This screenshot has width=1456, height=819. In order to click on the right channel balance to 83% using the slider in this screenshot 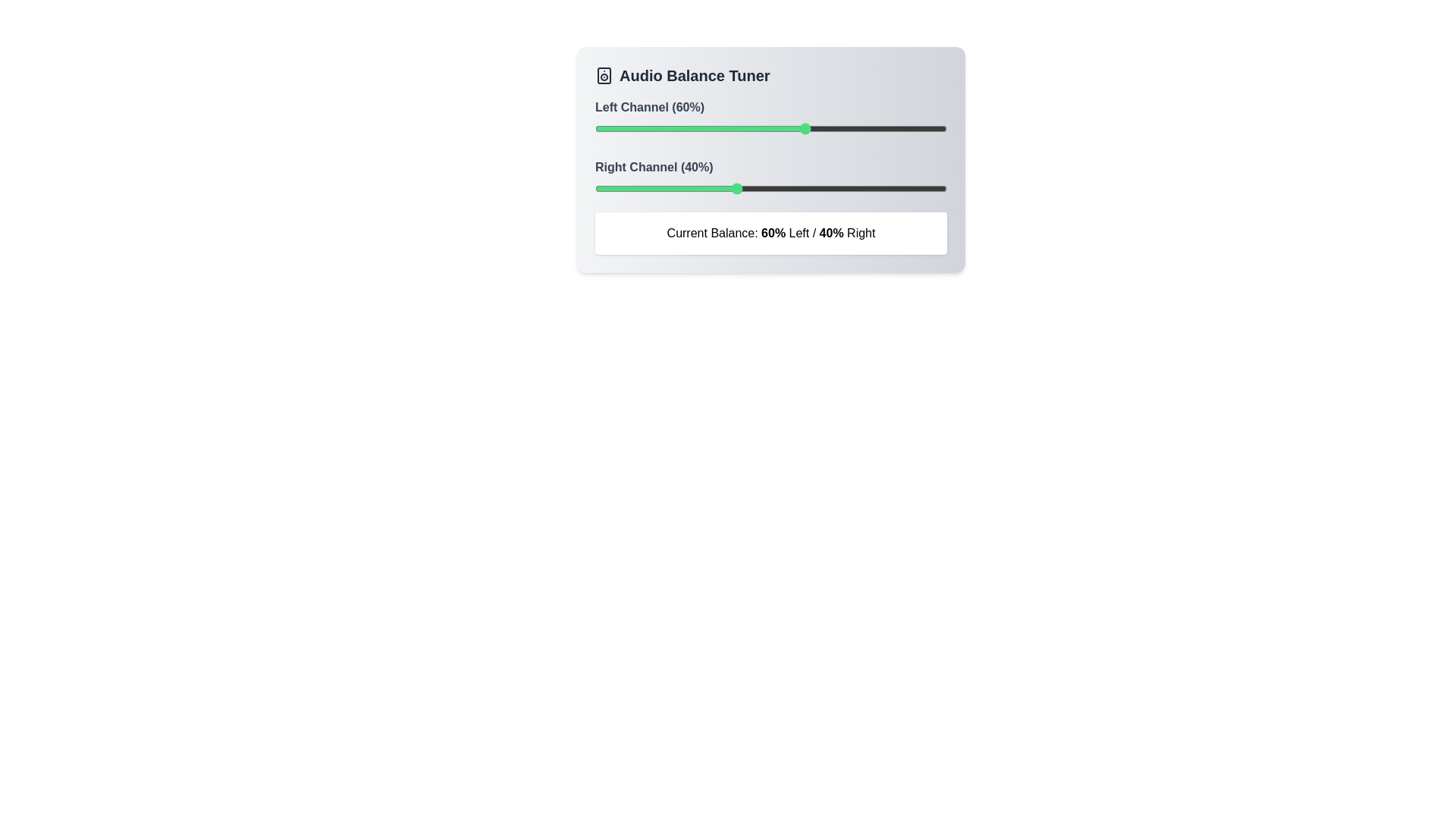, I will do `click(887, 188)`.